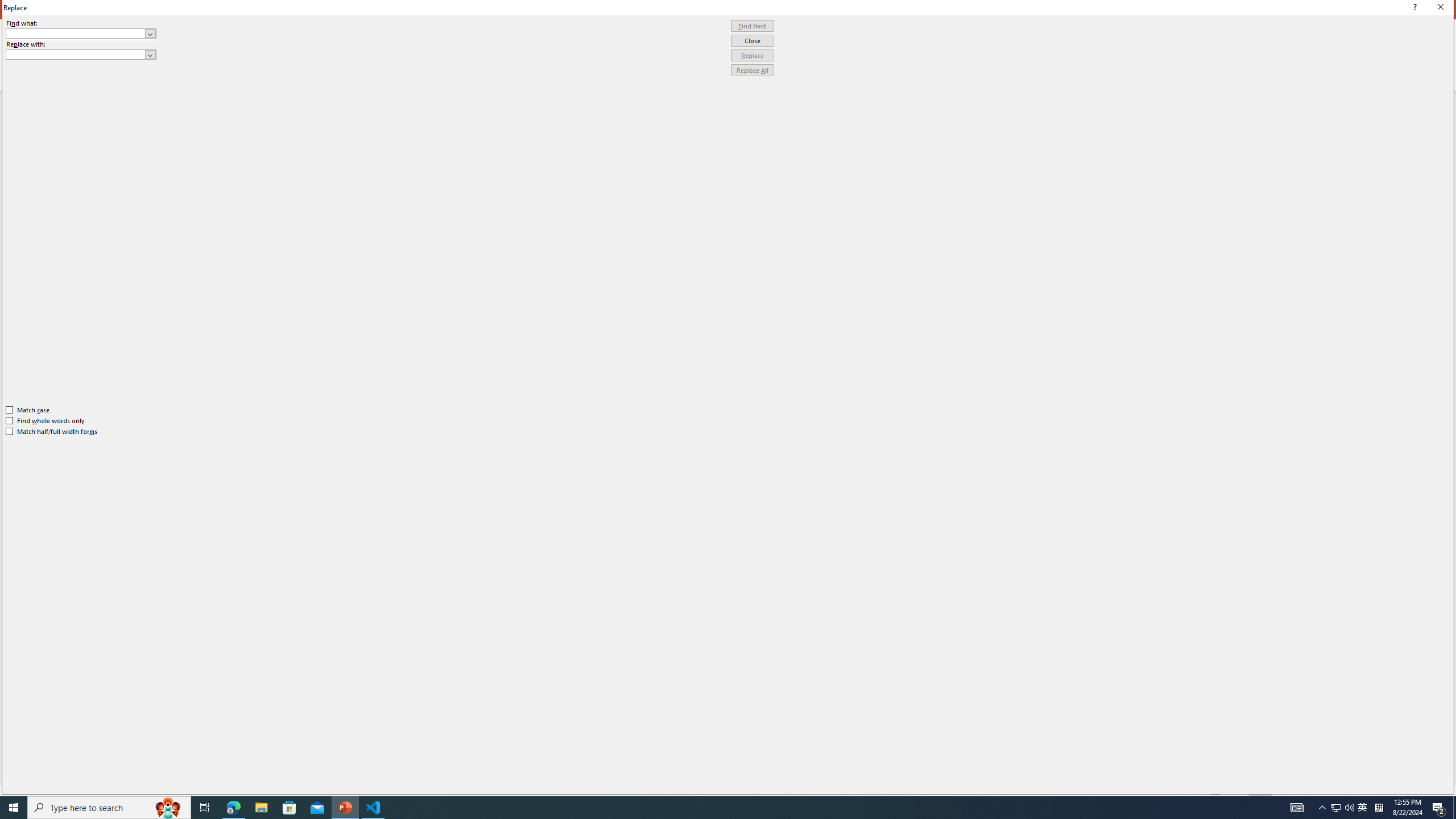  I want to click on 'Find what', so click(81, 33).